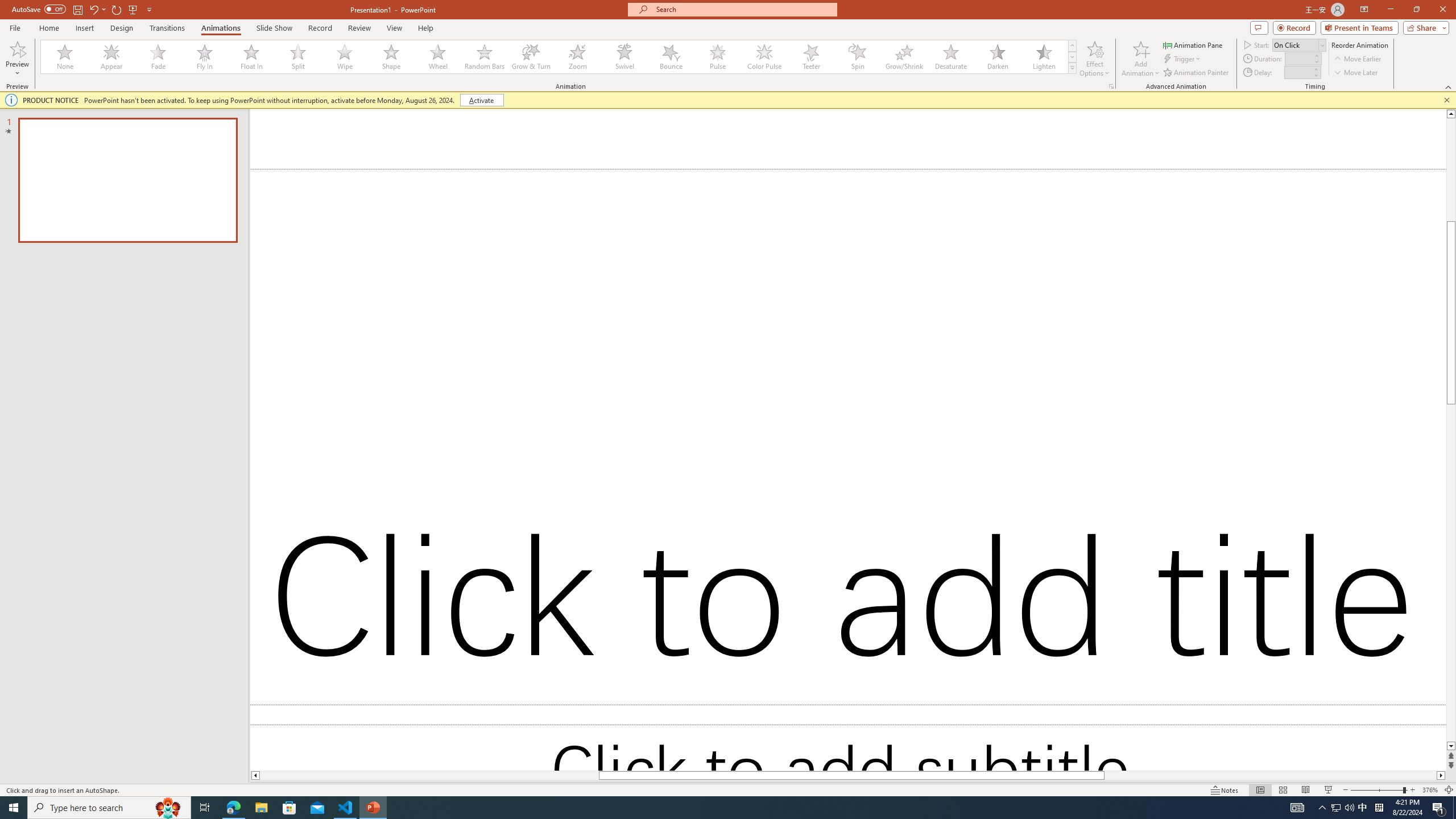 The image size is (1456, 819). I want to click on 'Lighten', so click(1043, 56).